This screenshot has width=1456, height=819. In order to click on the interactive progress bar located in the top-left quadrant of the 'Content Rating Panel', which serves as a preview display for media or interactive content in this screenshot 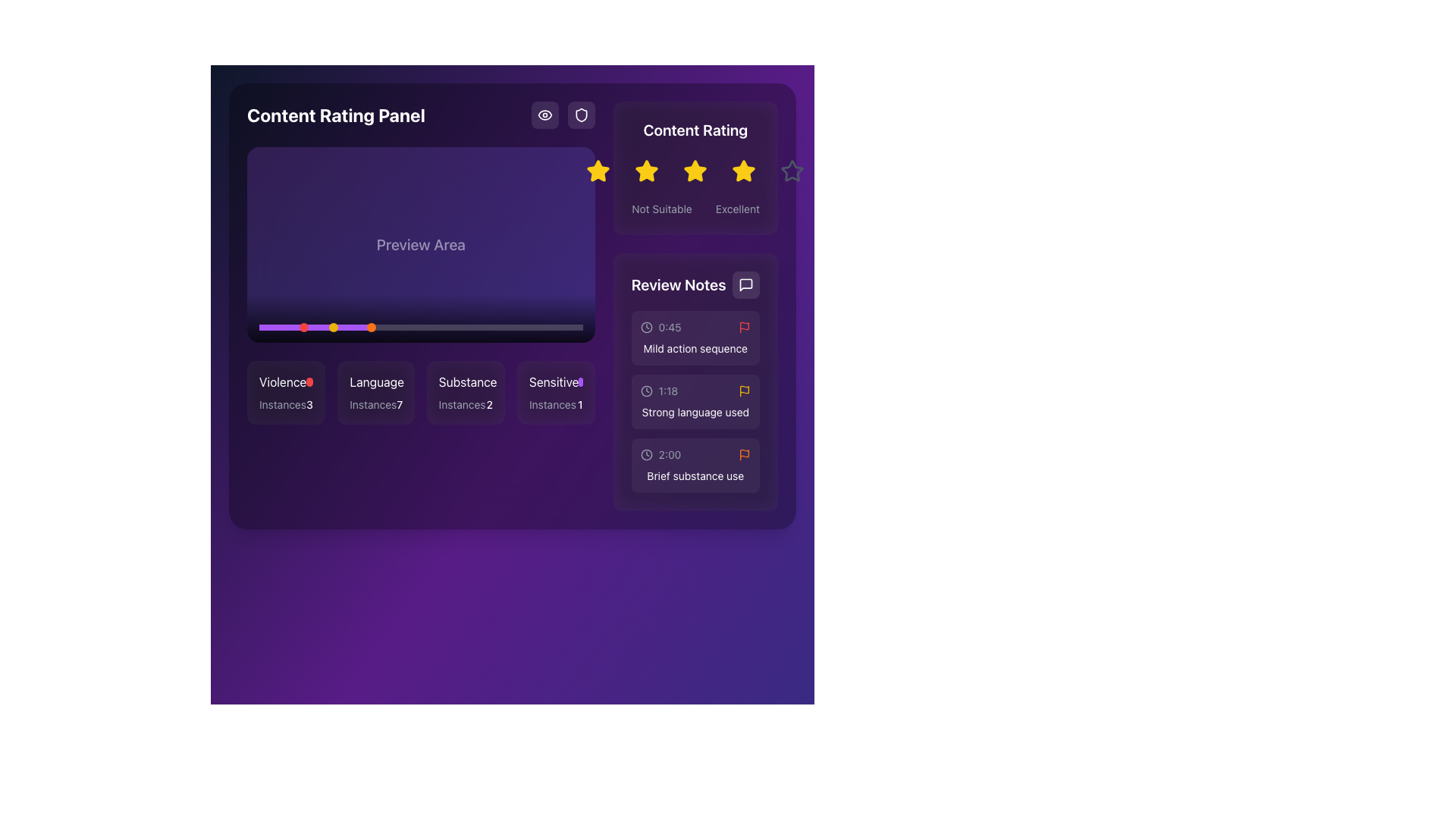, I will do `click(421, 244)`.